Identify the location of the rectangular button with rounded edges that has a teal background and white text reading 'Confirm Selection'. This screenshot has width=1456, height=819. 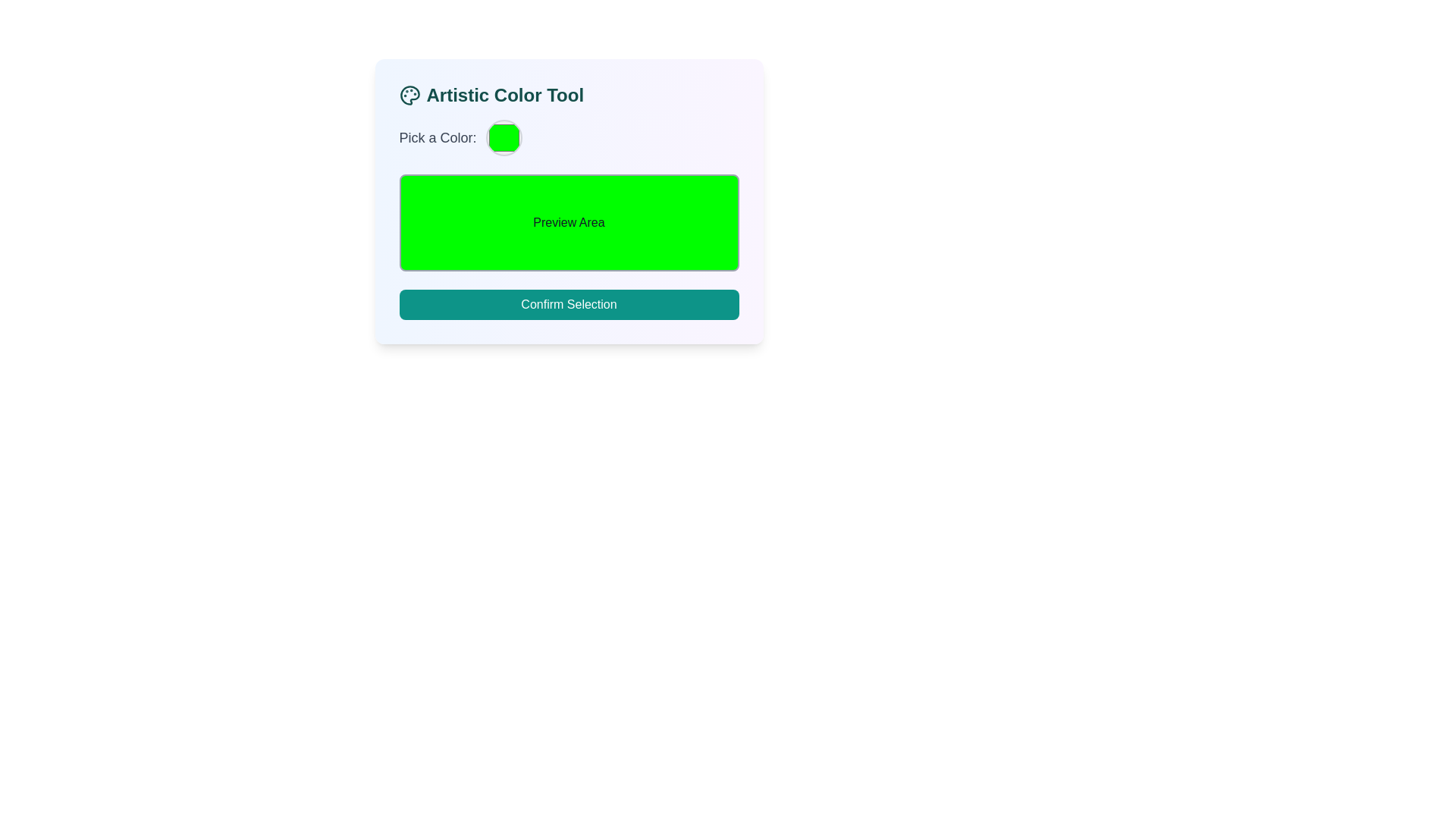
(568, 304).